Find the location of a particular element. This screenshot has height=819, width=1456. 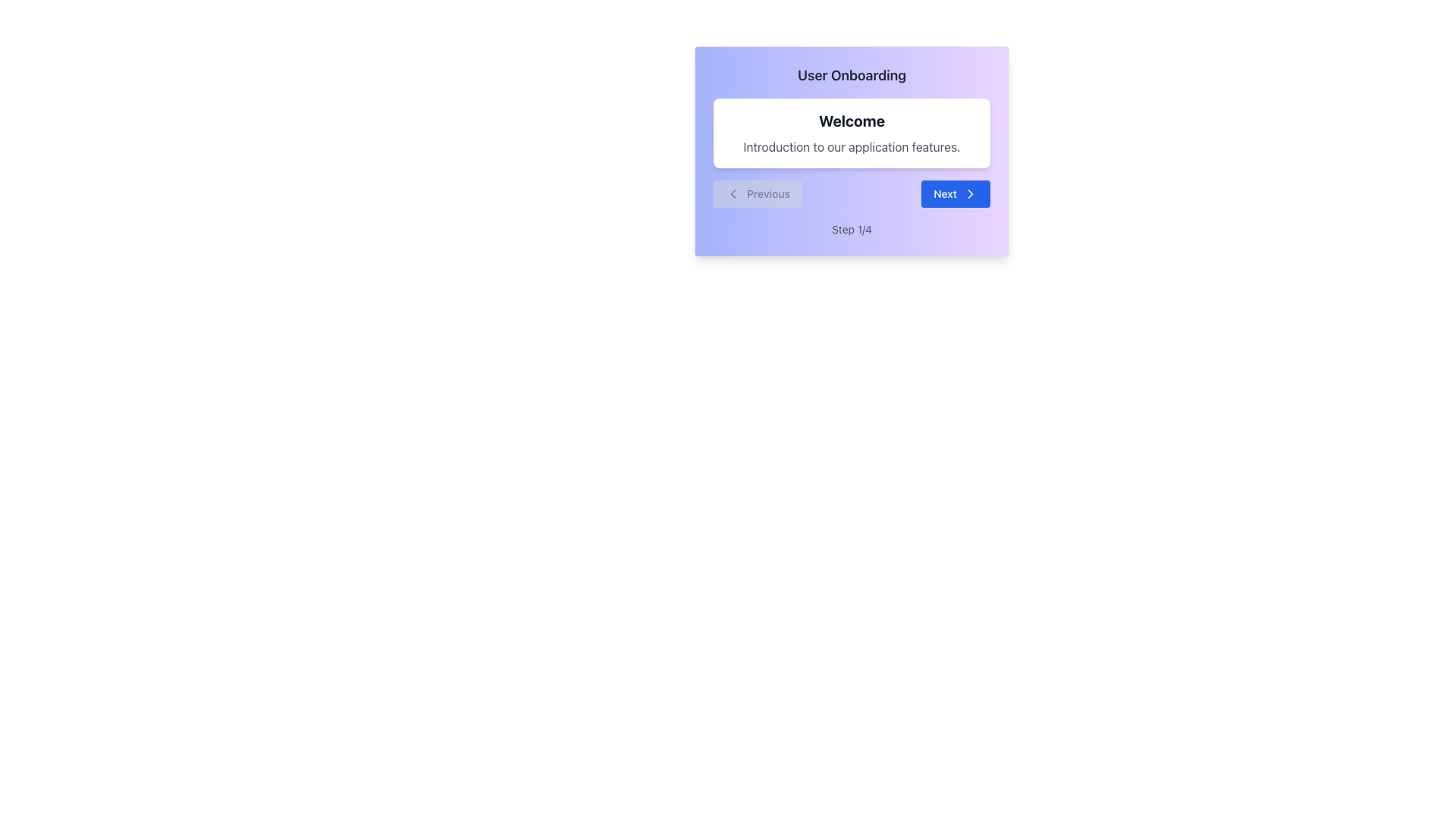

the forward navigation icon located within the blue 'Next' button at the bottom-right corner of the user onboarding modal is located at coordinates (971, 193).